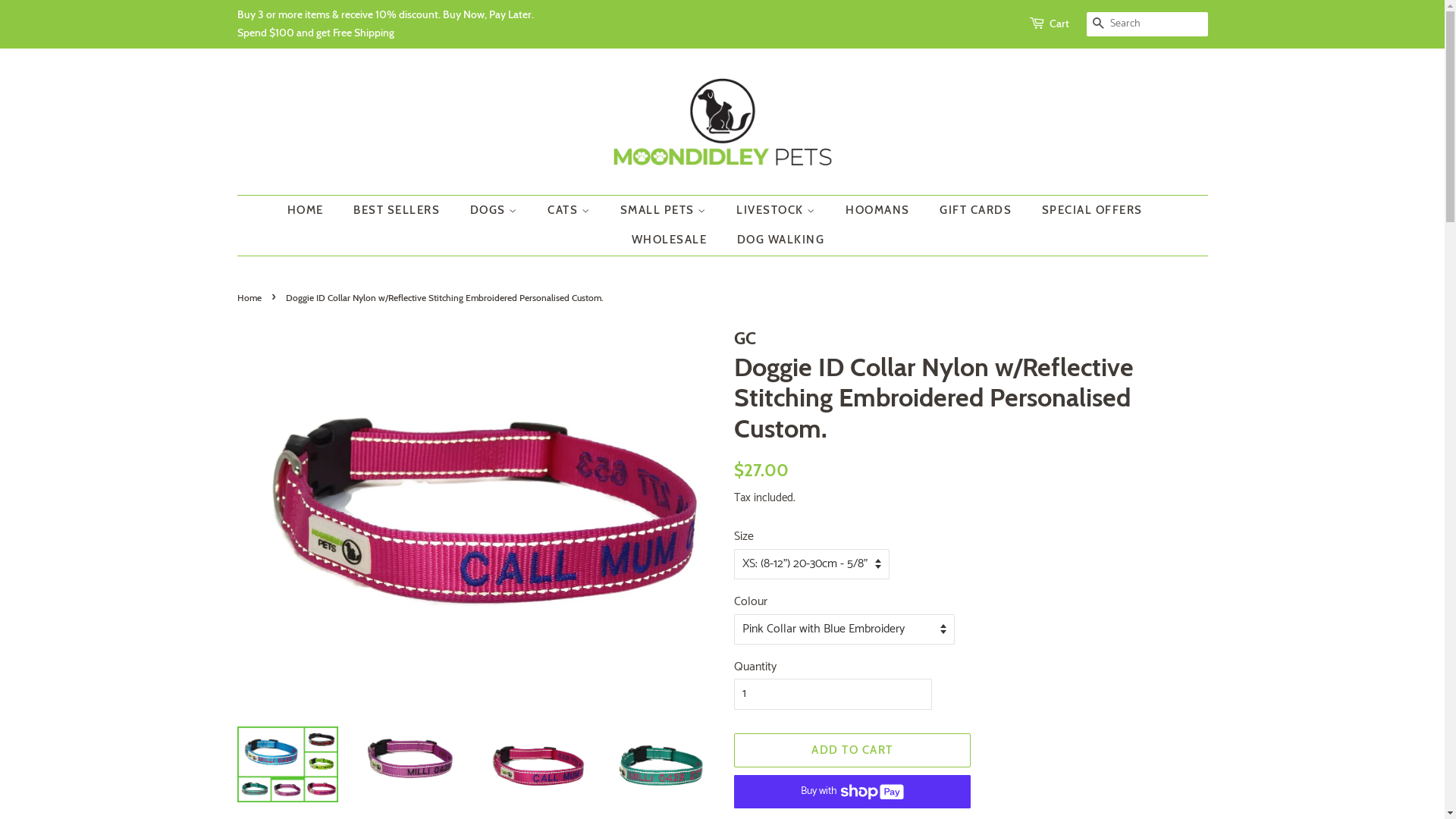 The width and height of the screenshot is (1456, 819). Describe the element at coordinates (312, 210) in the screenshot. I see `'HOME'` at that location.